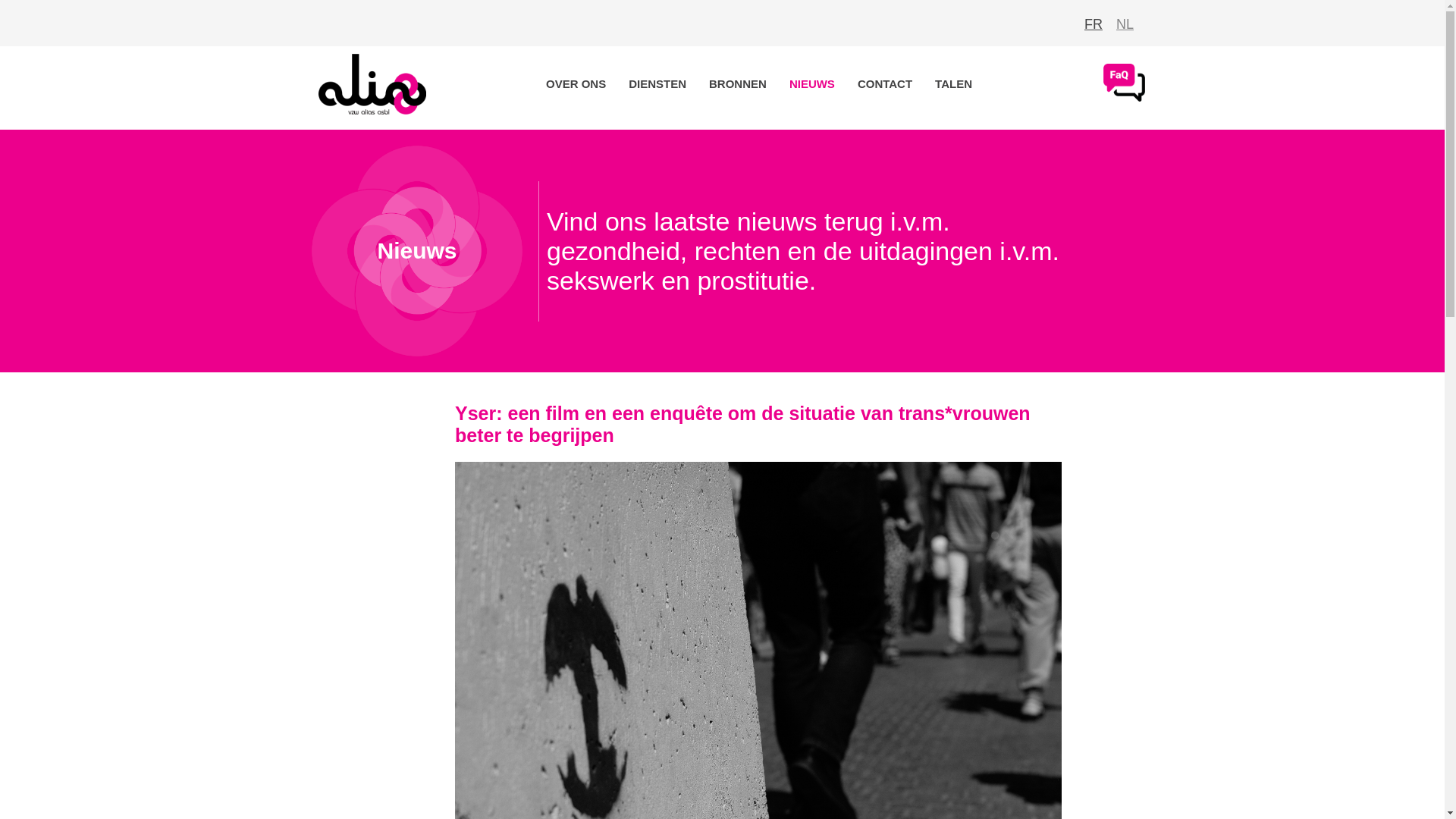 This screenshot has width=1456, height=819. I want to click on 'TALEN', so click(952, 83).